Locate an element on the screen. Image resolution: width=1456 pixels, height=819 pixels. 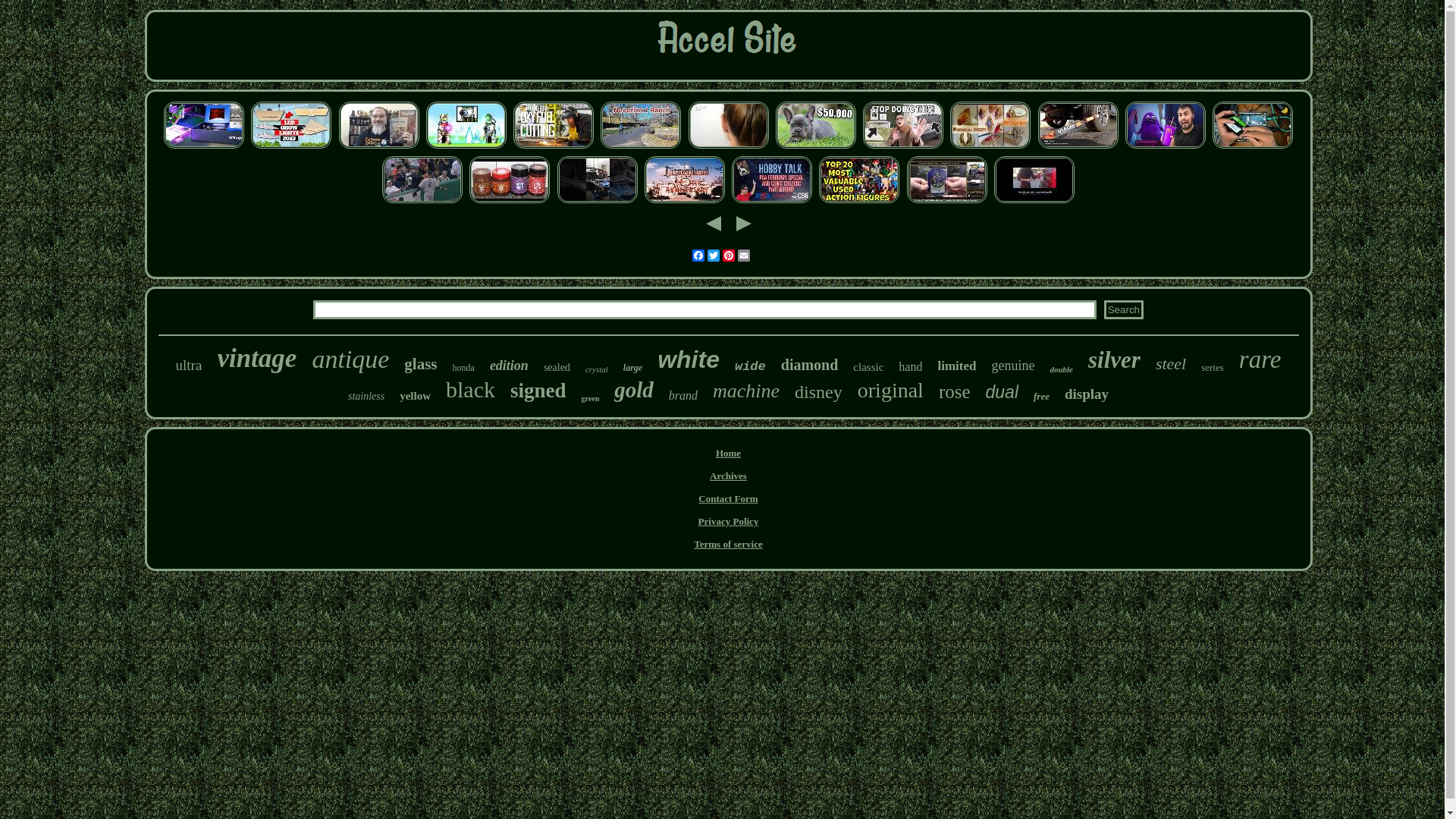
'rare' is located at coordinates (1260, 359).